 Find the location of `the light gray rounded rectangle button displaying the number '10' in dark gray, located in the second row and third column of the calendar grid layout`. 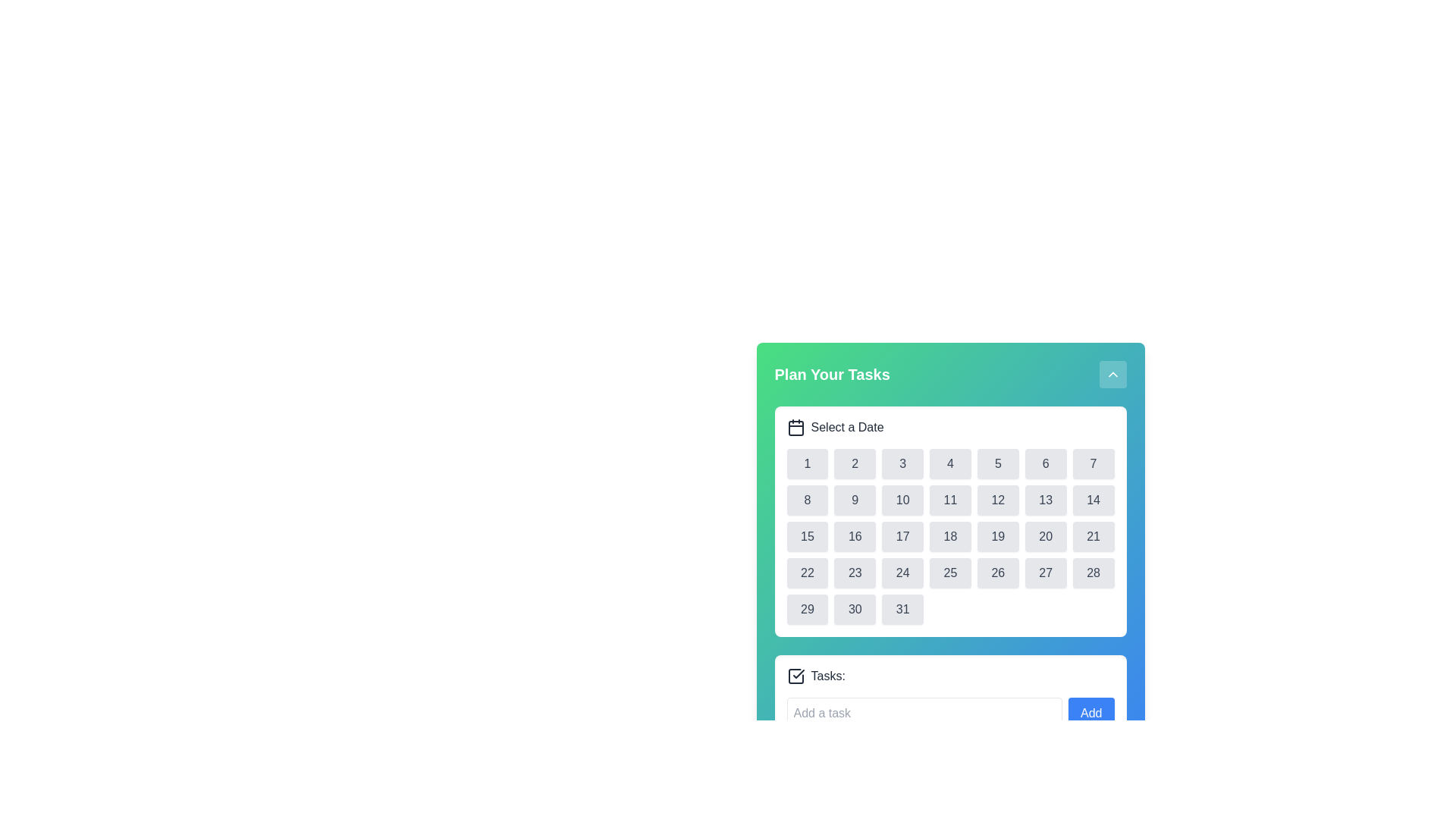

the light gray rounded rectangle button displaying the number '10' in dark gray, located in the second row and third column of the calendar grid layout is located at coordinates (902, 500).